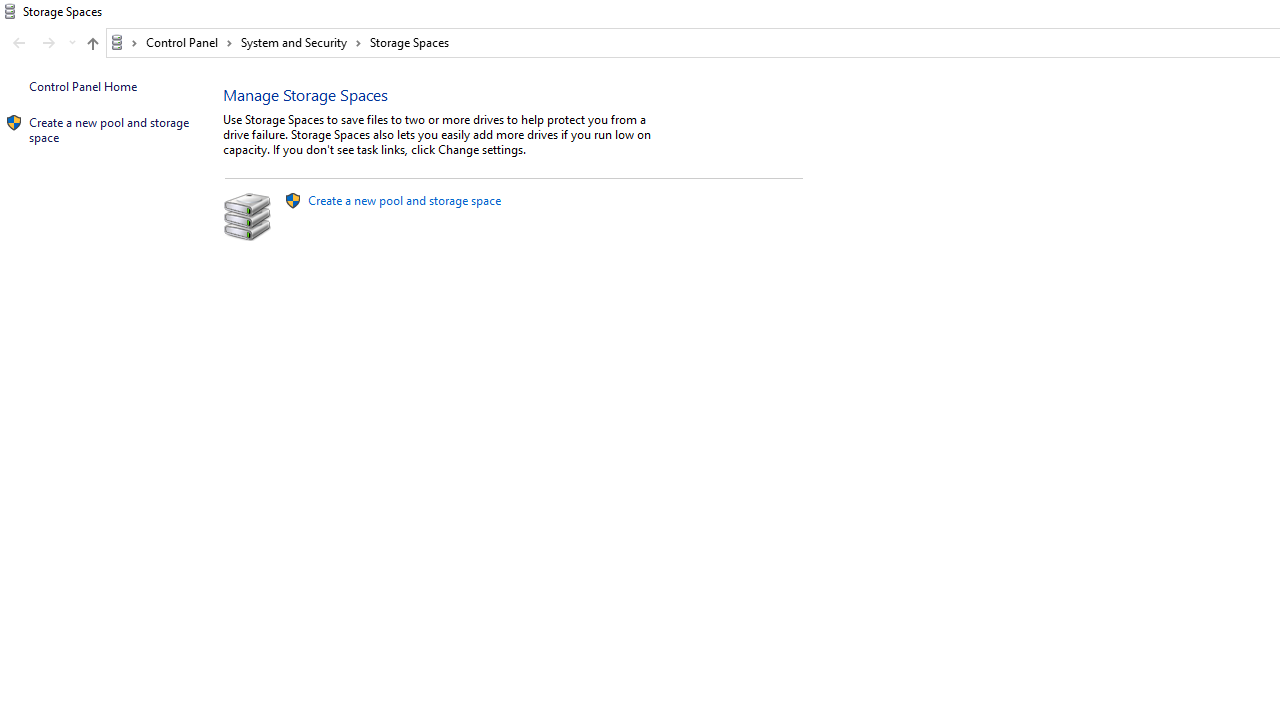 This screenshot has height=720, width=1280. What do you see at coordinates (71, 43) in the screenshot?
I see `'Recent locations'` at bounding box center [71, 43].